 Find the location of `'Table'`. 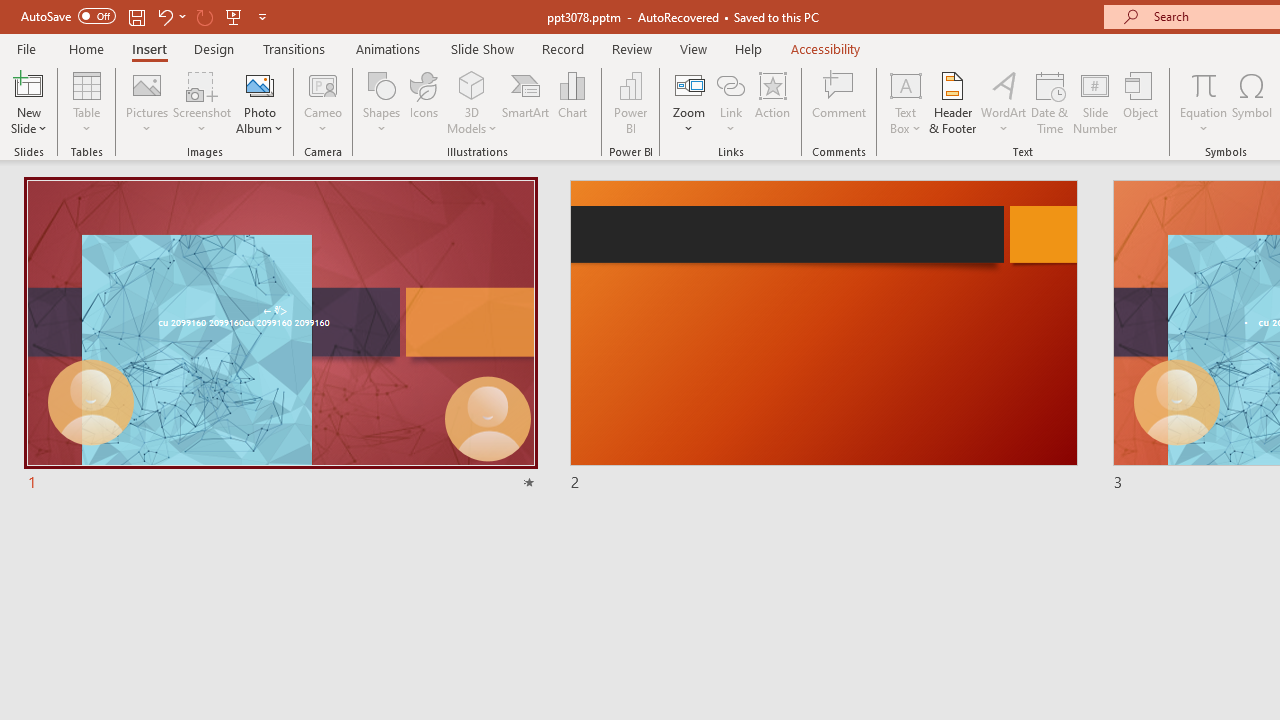

'Table' is located at coordinates (86, 103).